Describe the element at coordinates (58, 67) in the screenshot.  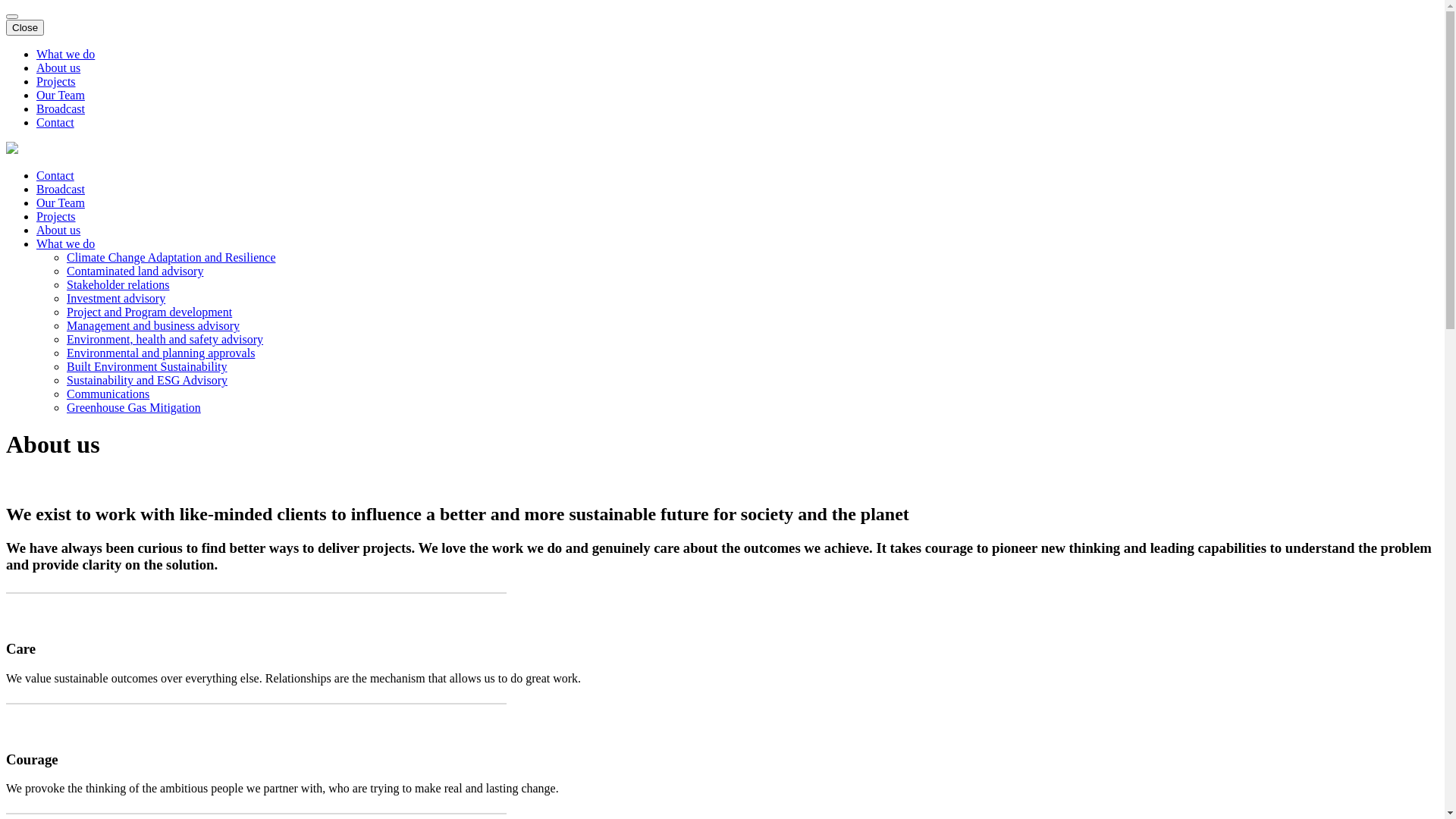
I see `'About us'` at that location.